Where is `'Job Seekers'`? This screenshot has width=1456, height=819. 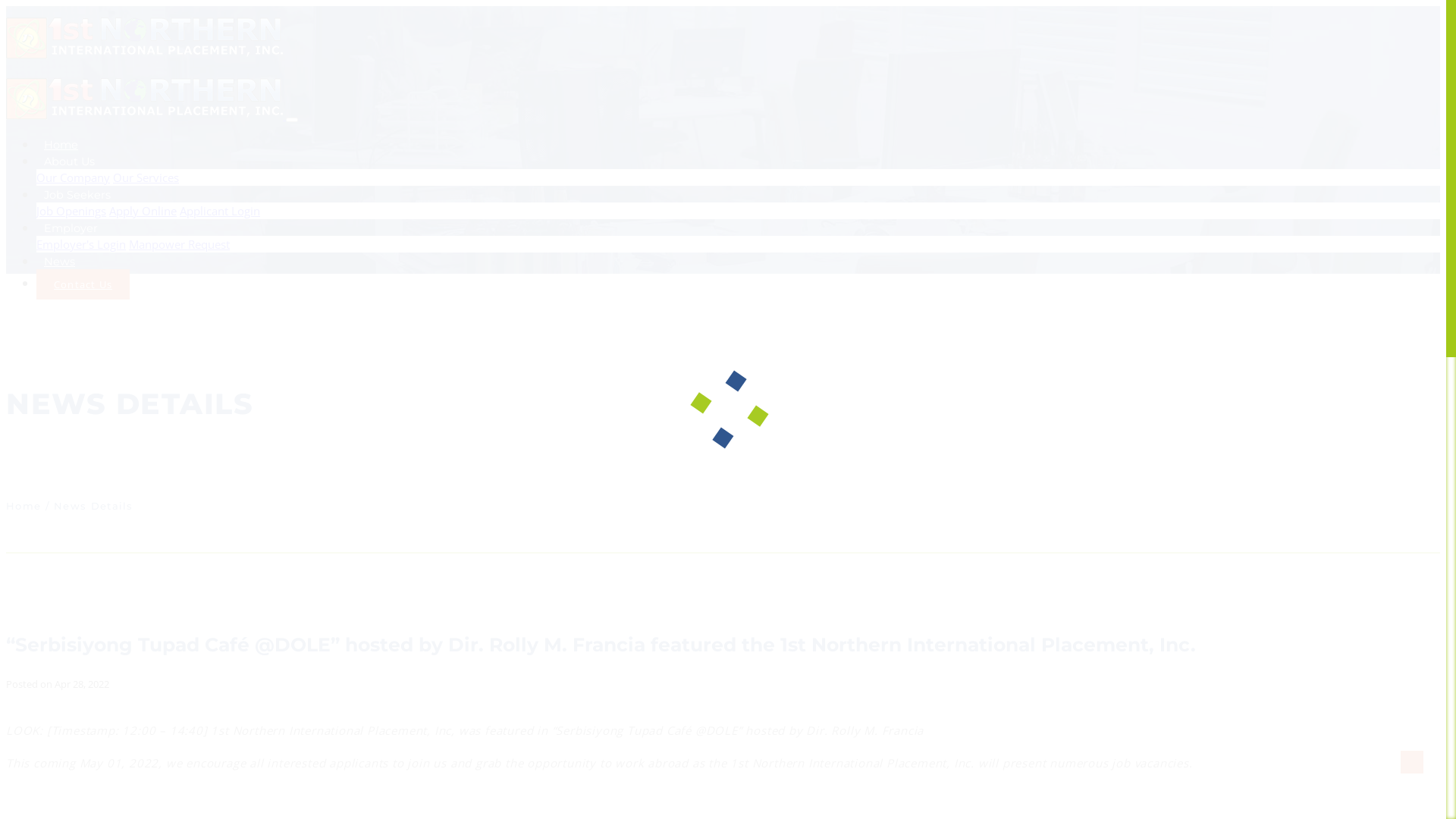 'Job Seekers' is located at coordinates (76, 194).